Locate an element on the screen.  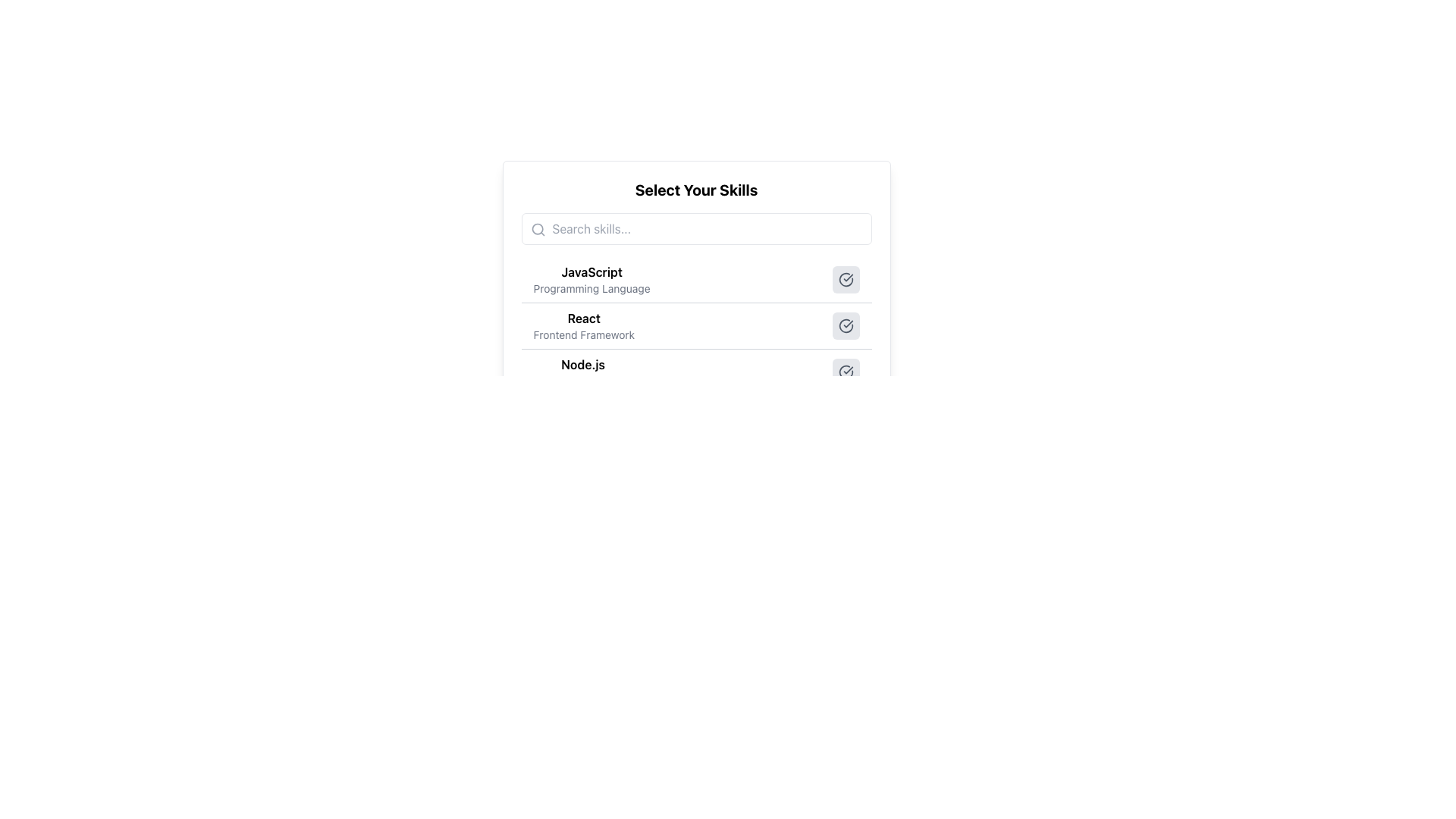
description of the list item labeled 'Node.js' with a checkbox, which is the third entry in the list of selectable options is located at coordinates (695, 372).